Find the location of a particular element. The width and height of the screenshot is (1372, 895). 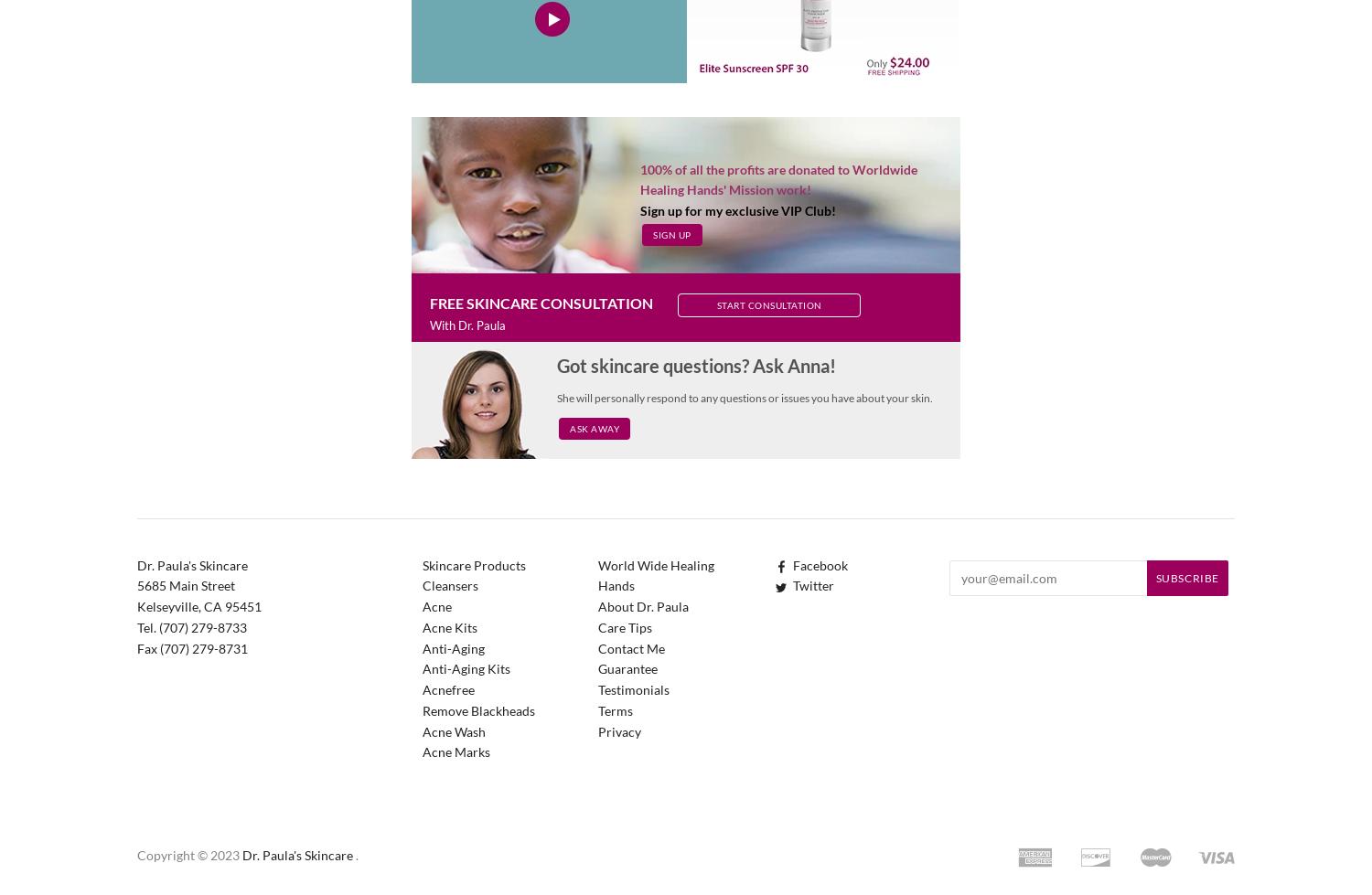

'Got skincare questions? Ask Anna!' is located at coordinates (696, 365).